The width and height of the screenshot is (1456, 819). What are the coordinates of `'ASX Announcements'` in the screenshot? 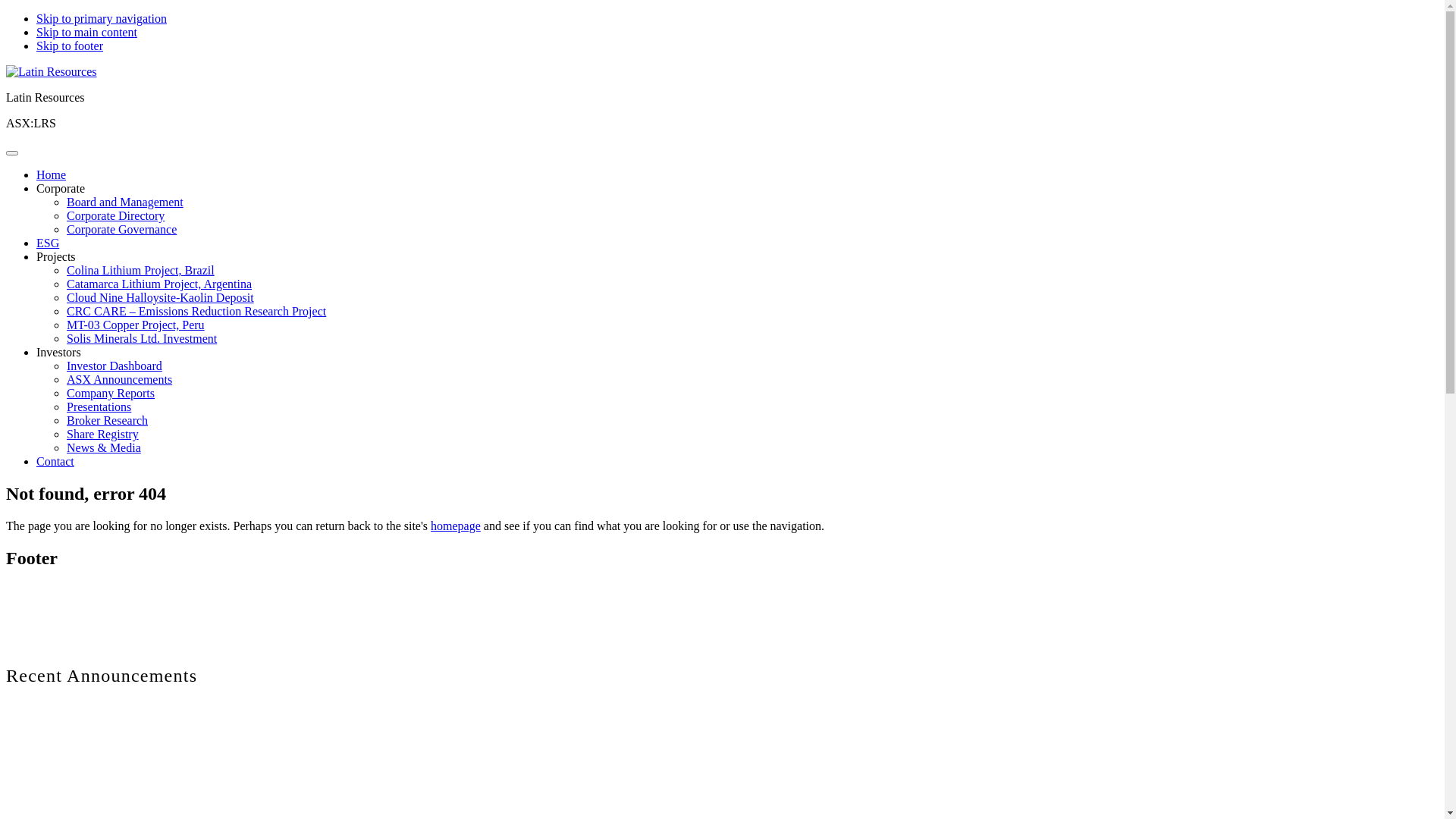 It's located at (118, 378).